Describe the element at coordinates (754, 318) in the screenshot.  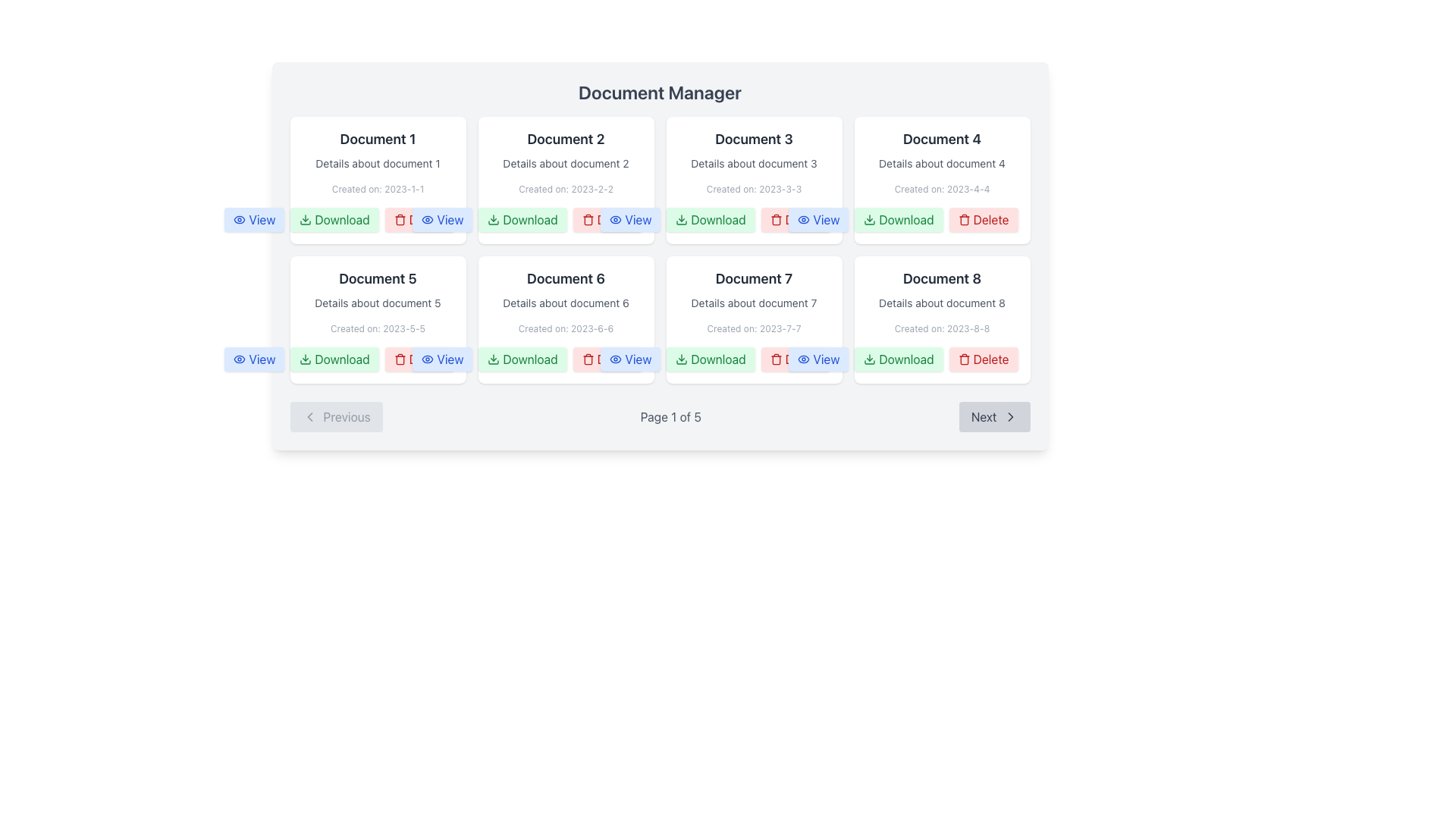
I see `the 'Download' button on the card titled 'Document 7' in the Document Manager to initiate the document download` at that location.